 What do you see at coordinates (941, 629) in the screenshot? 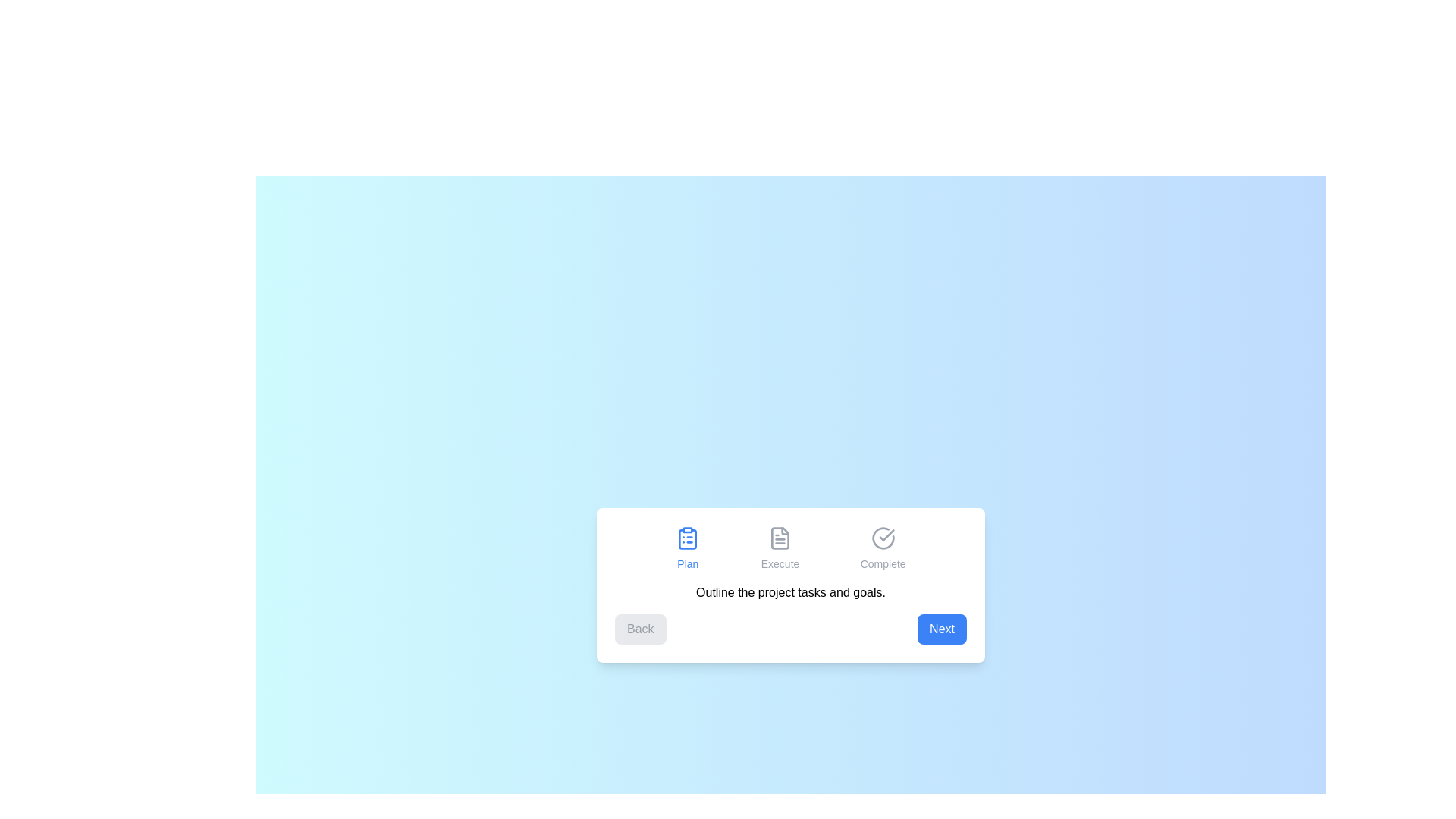
I see `the 'Next' button to proceed to the next step` at bounding box center [941, 629].